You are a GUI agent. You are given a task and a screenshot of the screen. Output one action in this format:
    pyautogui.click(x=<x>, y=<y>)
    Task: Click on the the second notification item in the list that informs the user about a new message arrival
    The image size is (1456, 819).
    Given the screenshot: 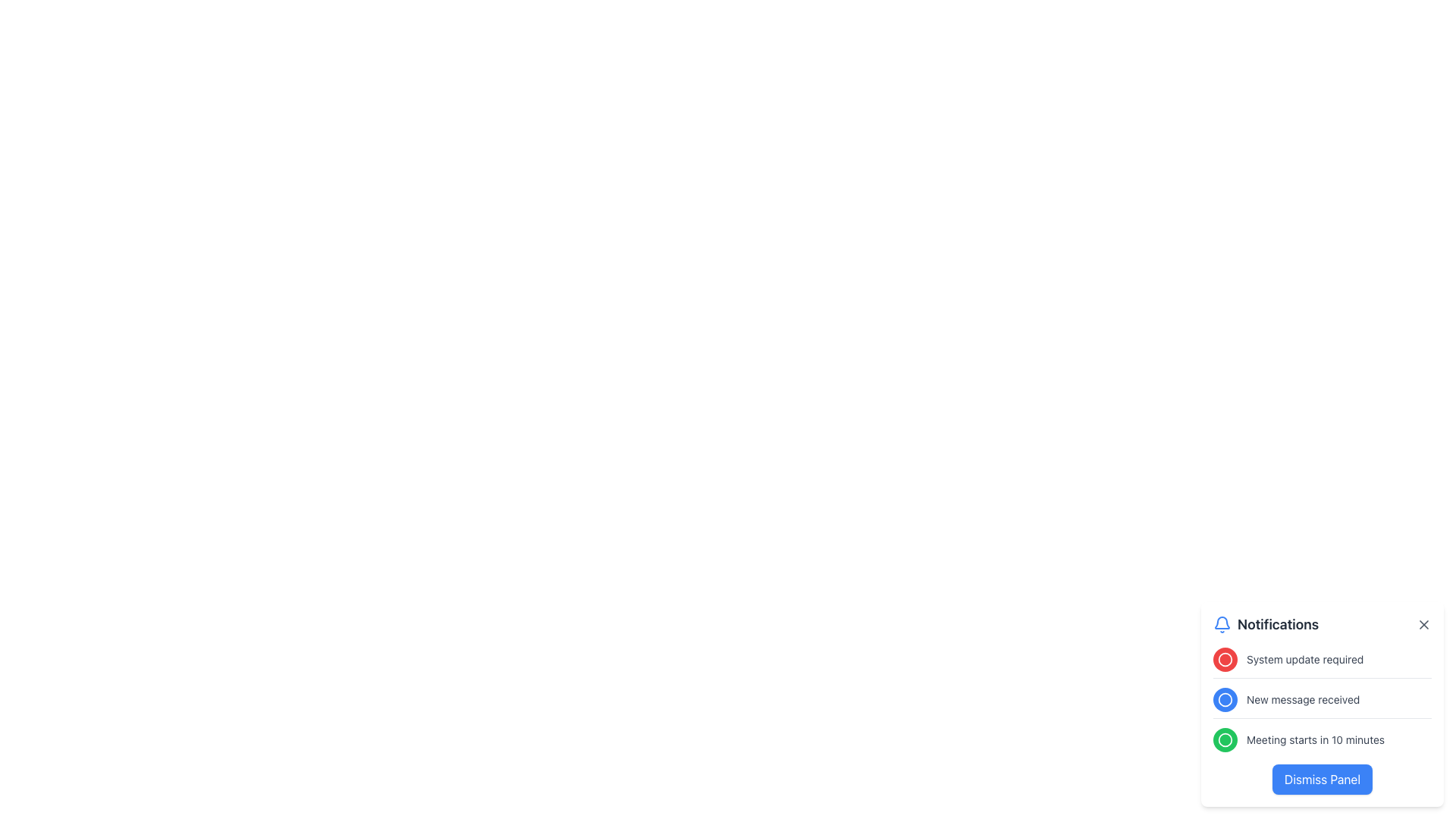 What is the action you would take?
    pyautogui.click(x=1321, y=704)
    